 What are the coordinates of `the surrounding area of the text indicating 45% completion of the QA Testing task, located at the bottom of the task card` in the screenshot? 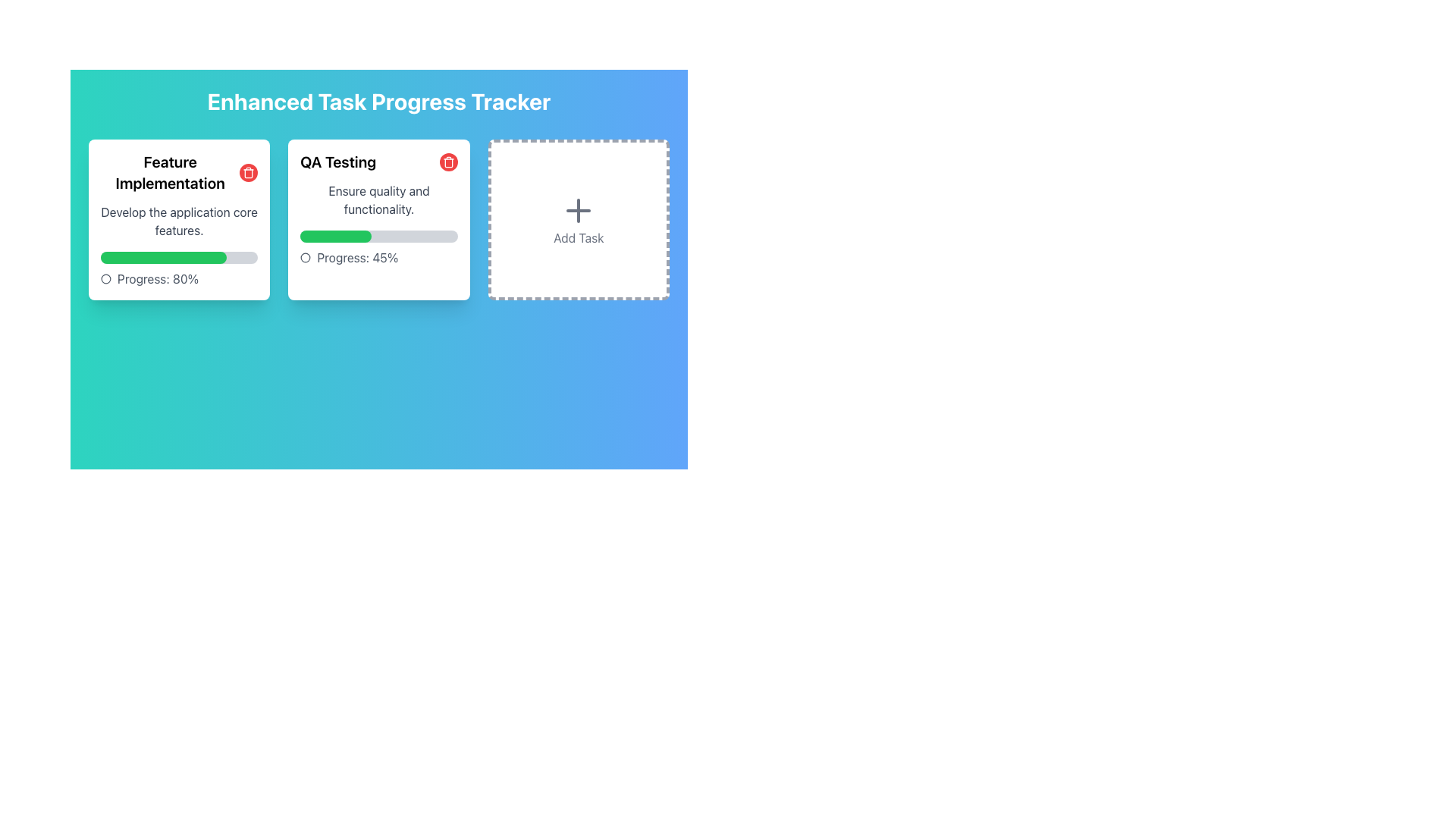 It's located at (378, 256).